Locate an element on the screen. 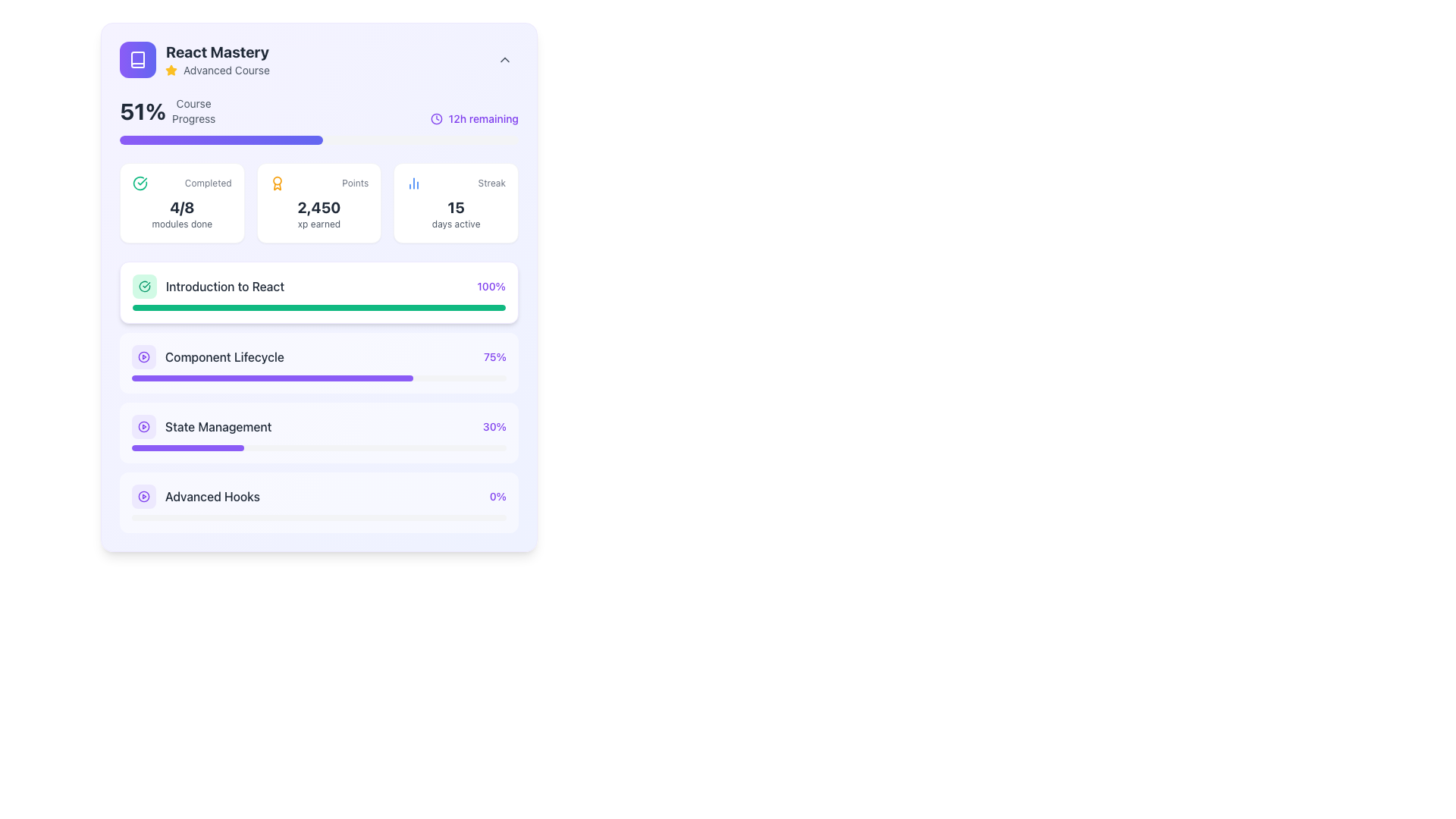 The height and width of the screenshot is (819, 1456). the progress indicator component showing 'Component Lifecycle' with a filled percentage of '75%' is located at coordinates (318, 348).